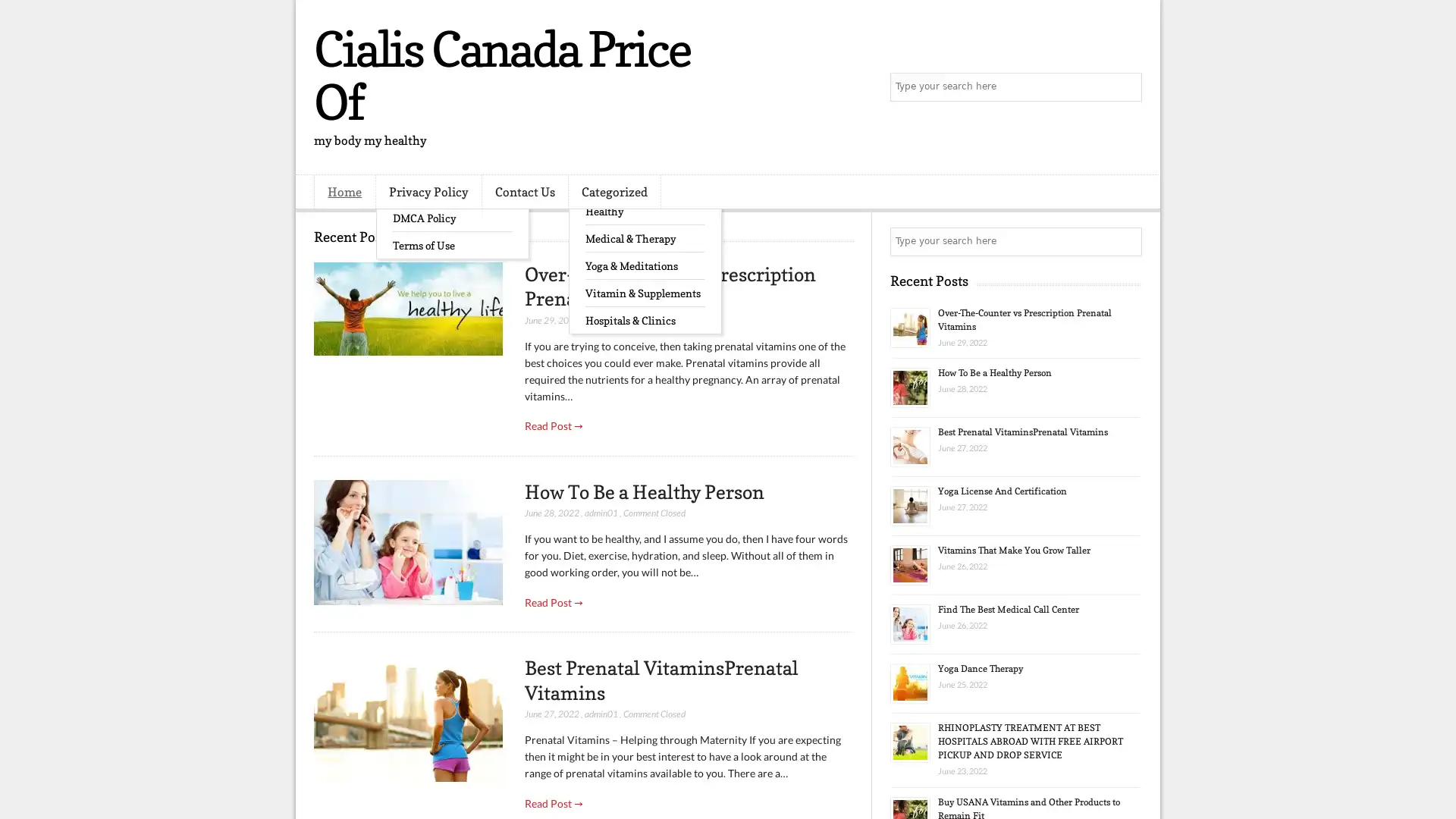  Describe the element at coordinates (1126, 241) in the screenshot. I see `Search` at that location.